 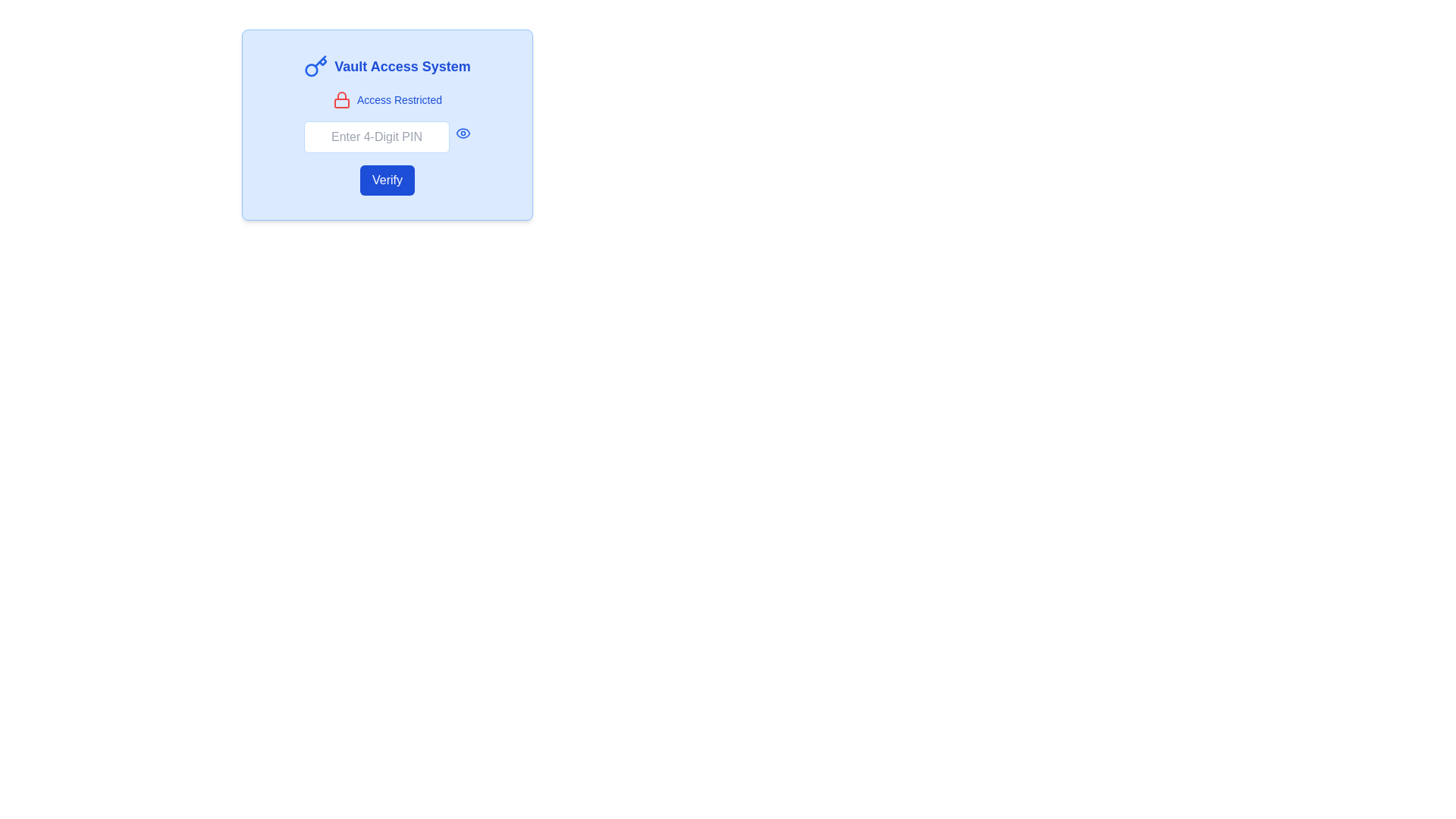 I want to click on the blue key icon associated with the 'Vault Access System' heading by clicking on it, so click(x=315, y=66).